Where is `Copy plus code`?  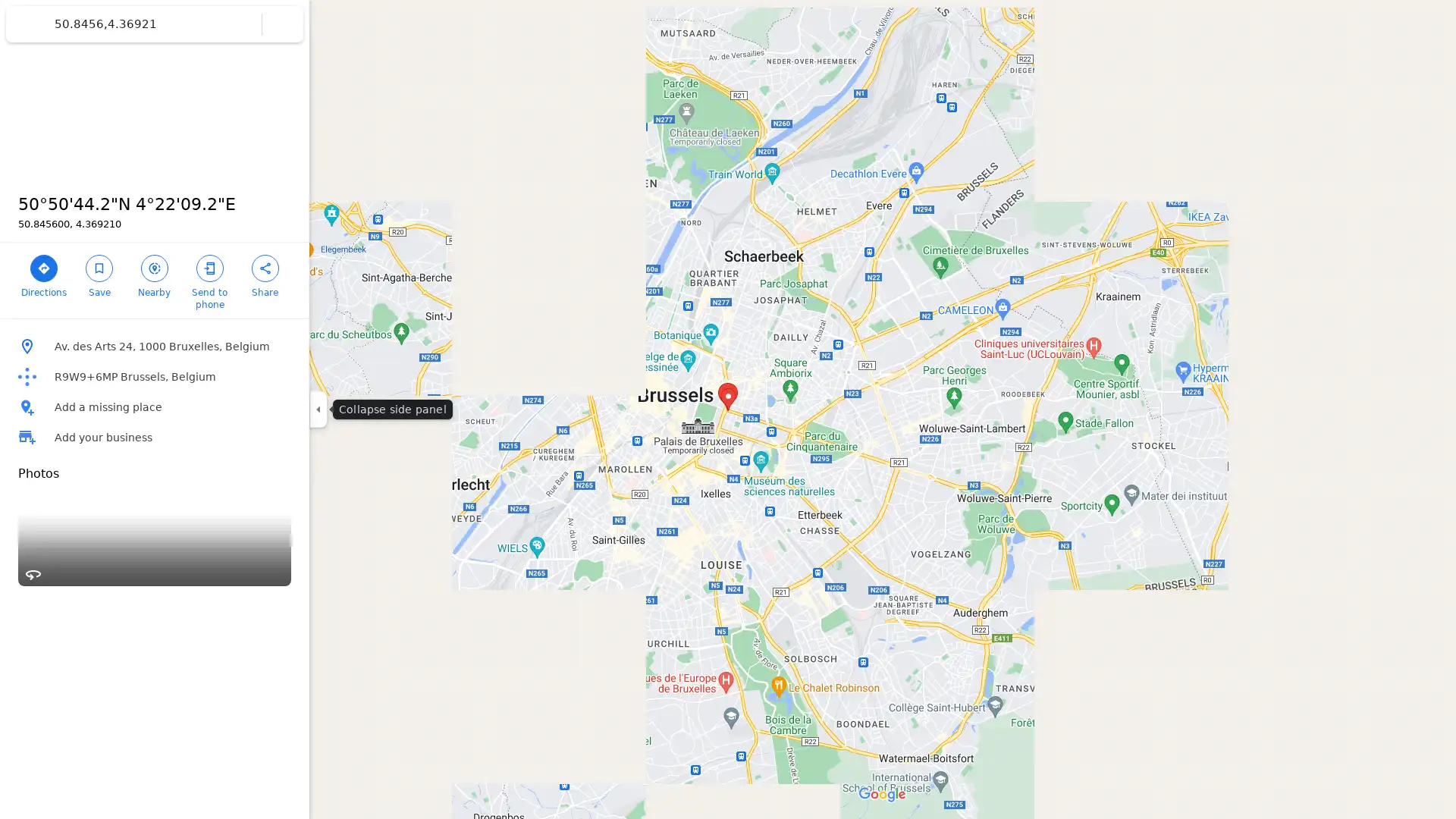 Copy plus code is located at coordinates (249, 376).